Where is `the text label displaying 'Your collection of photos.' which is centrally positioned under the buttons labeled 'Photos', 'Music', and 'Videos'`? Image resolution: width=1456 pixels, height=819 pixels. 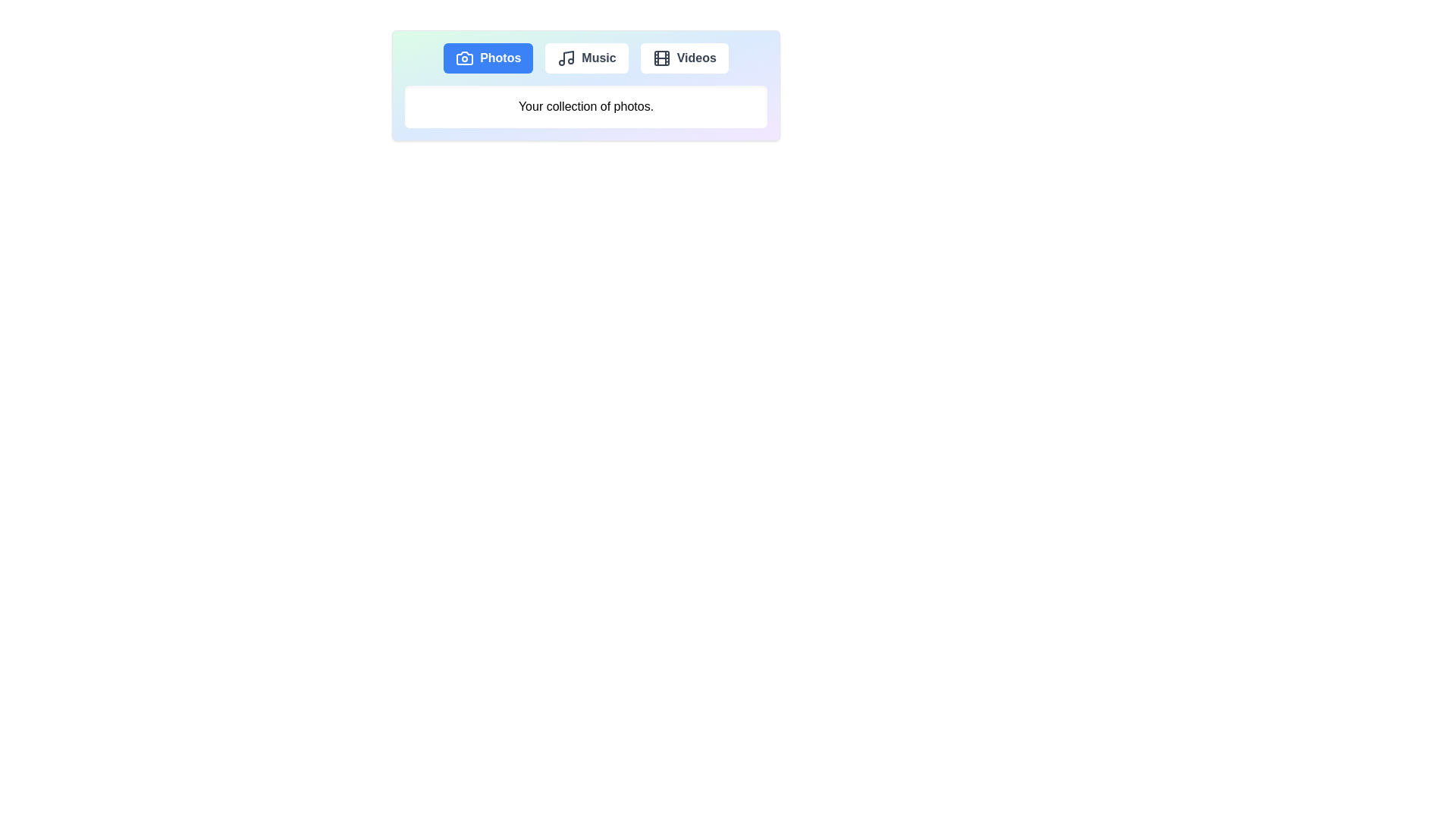
the text label displaying 'Your collection of photos.' which is centrally positioned under the buttons labeled 'Photos', 'Music', and 'Videos' is located at coordinates (585, 106).